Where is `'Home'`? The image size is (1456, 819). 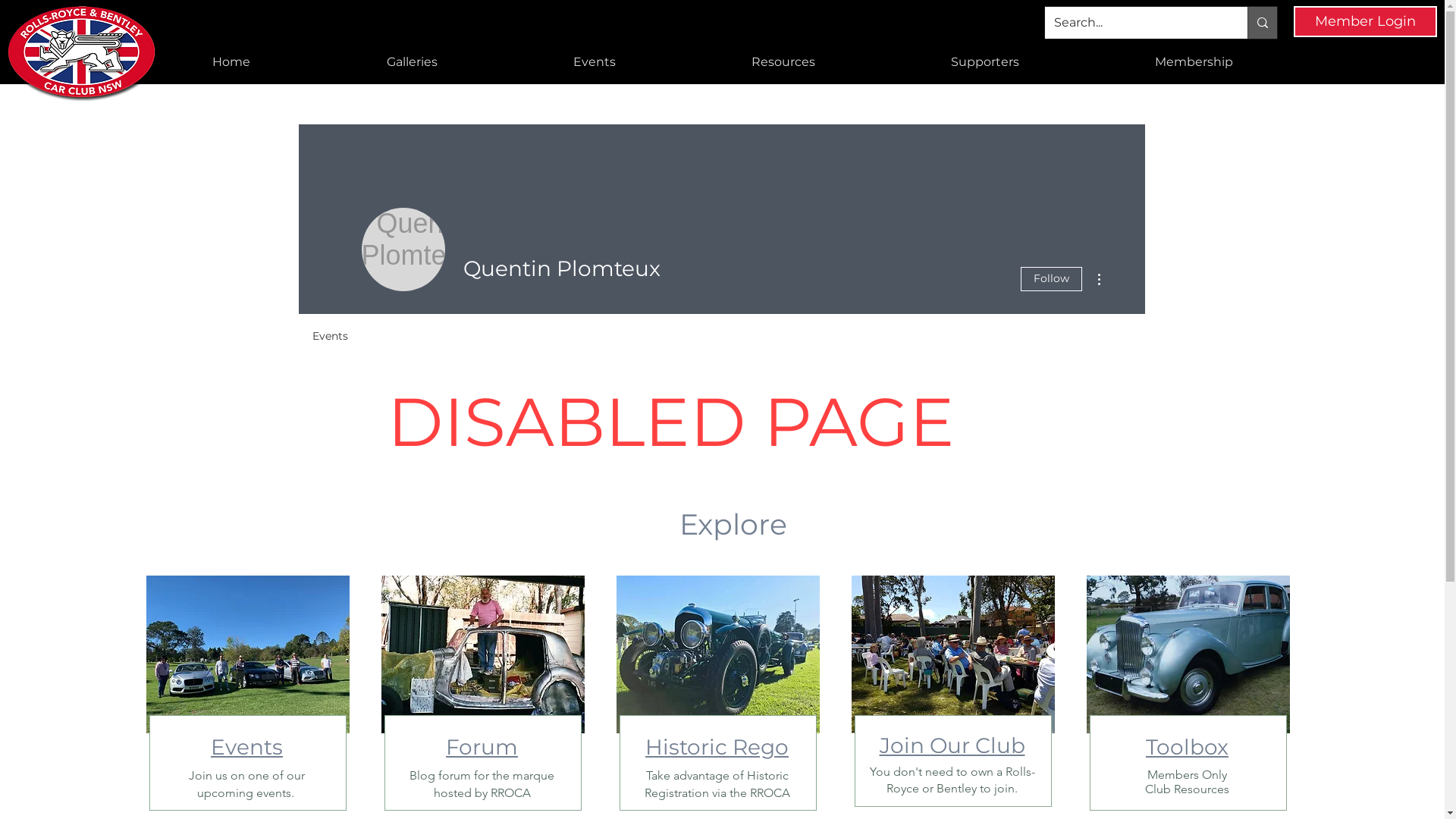 'Home' is located at coordinates (231, 61).